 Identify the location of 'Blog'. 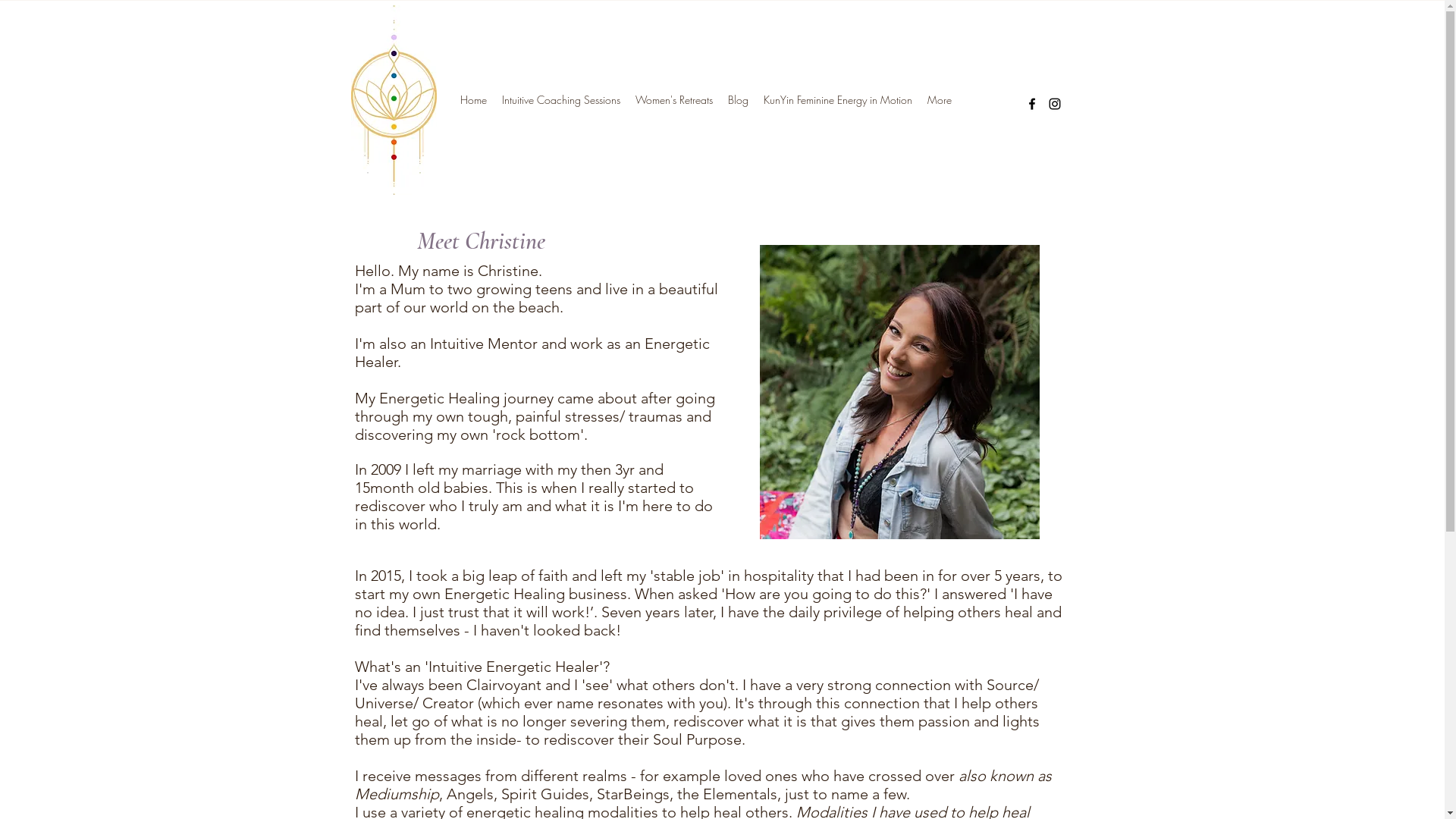
(738, 99).